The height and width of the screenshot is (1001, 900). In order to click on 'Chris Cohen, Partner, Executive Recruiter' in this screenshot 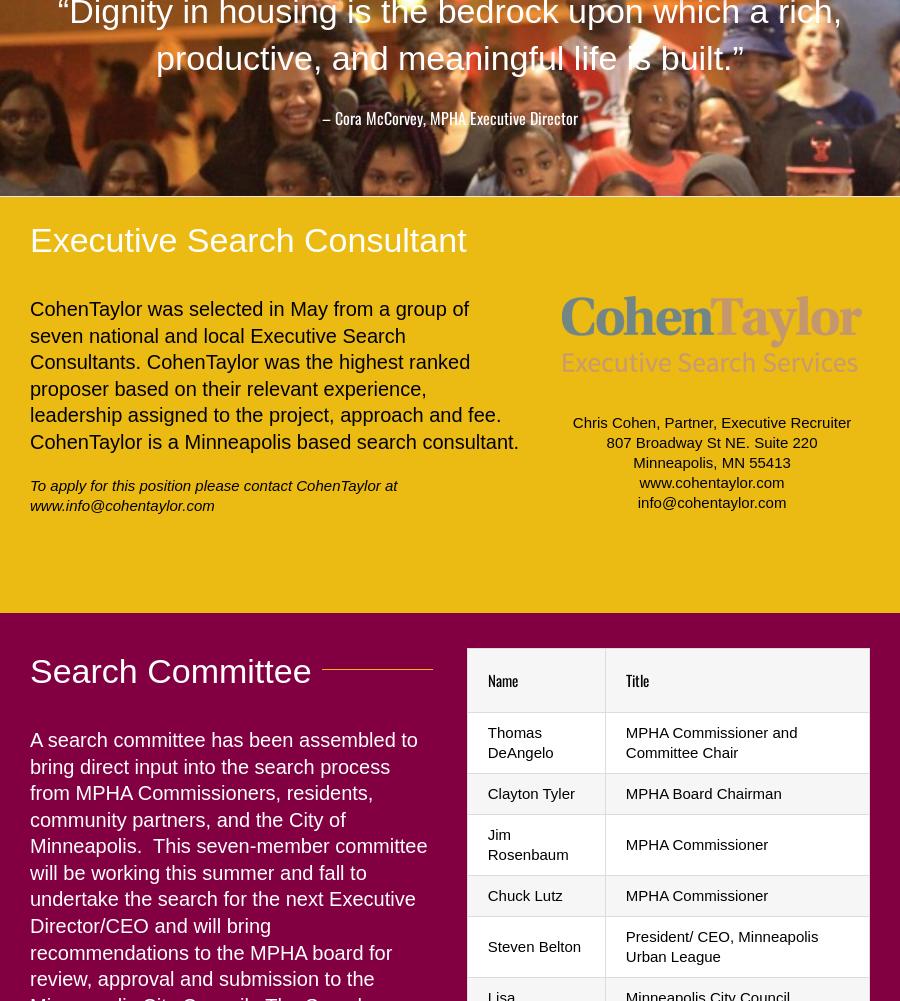, I will do `click(710, 421)`.